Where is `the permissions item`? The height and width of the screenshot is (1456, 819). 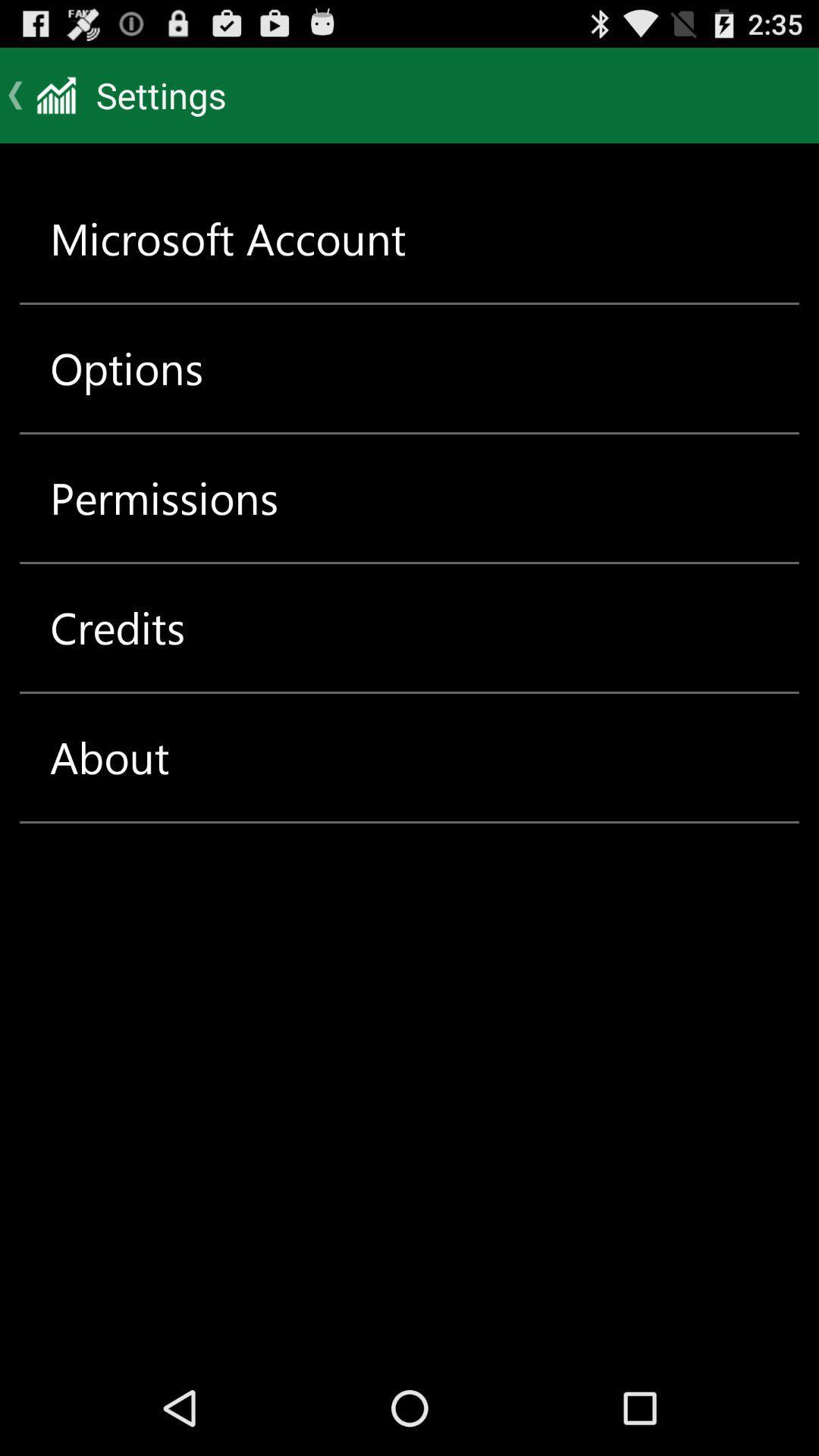 the permissions item is located at coordinates (164, 498).